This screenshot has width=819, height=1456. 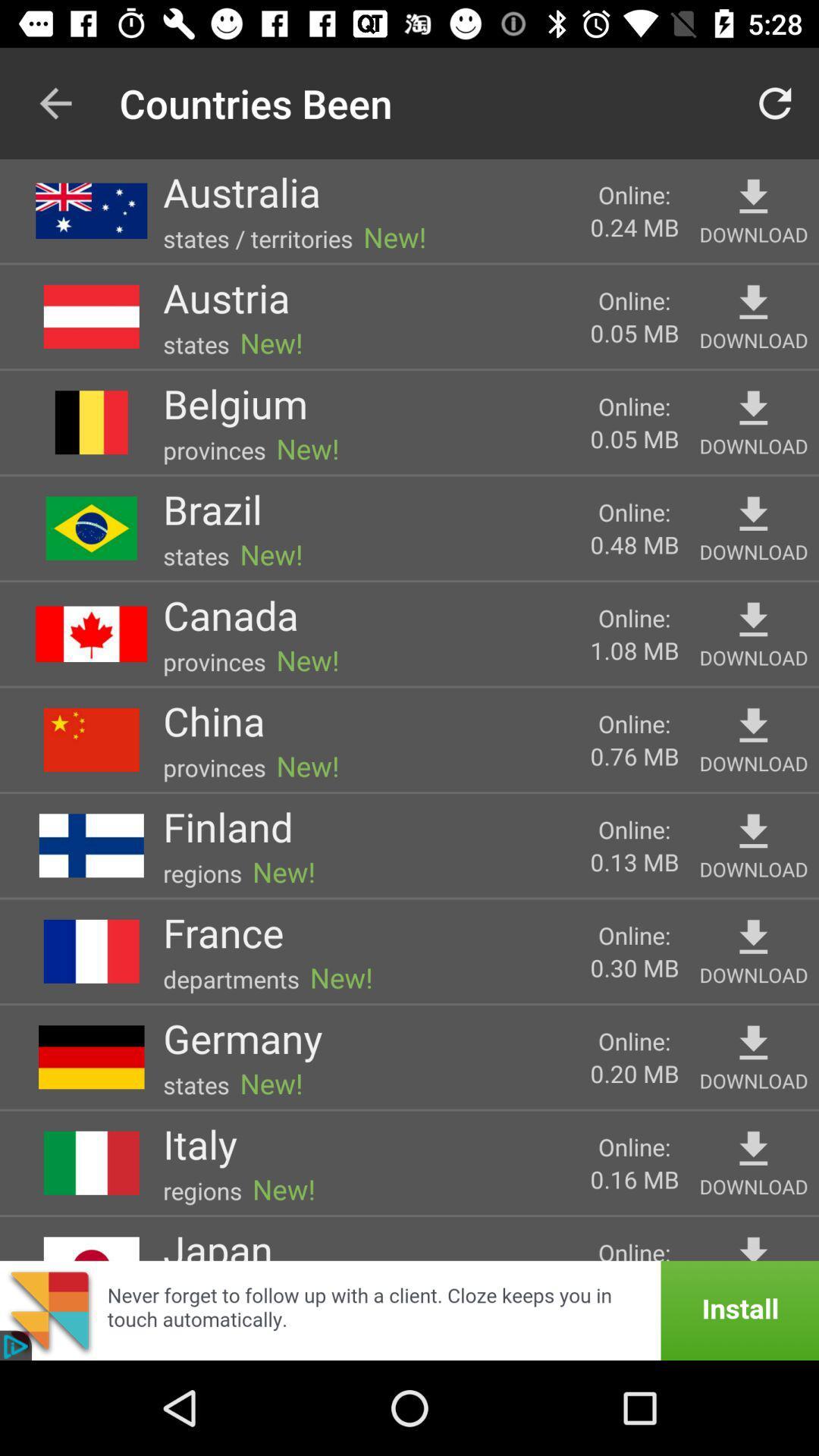 I want to click on the item to the left of the 0.20 mb item, so click(x=242, y=1037).